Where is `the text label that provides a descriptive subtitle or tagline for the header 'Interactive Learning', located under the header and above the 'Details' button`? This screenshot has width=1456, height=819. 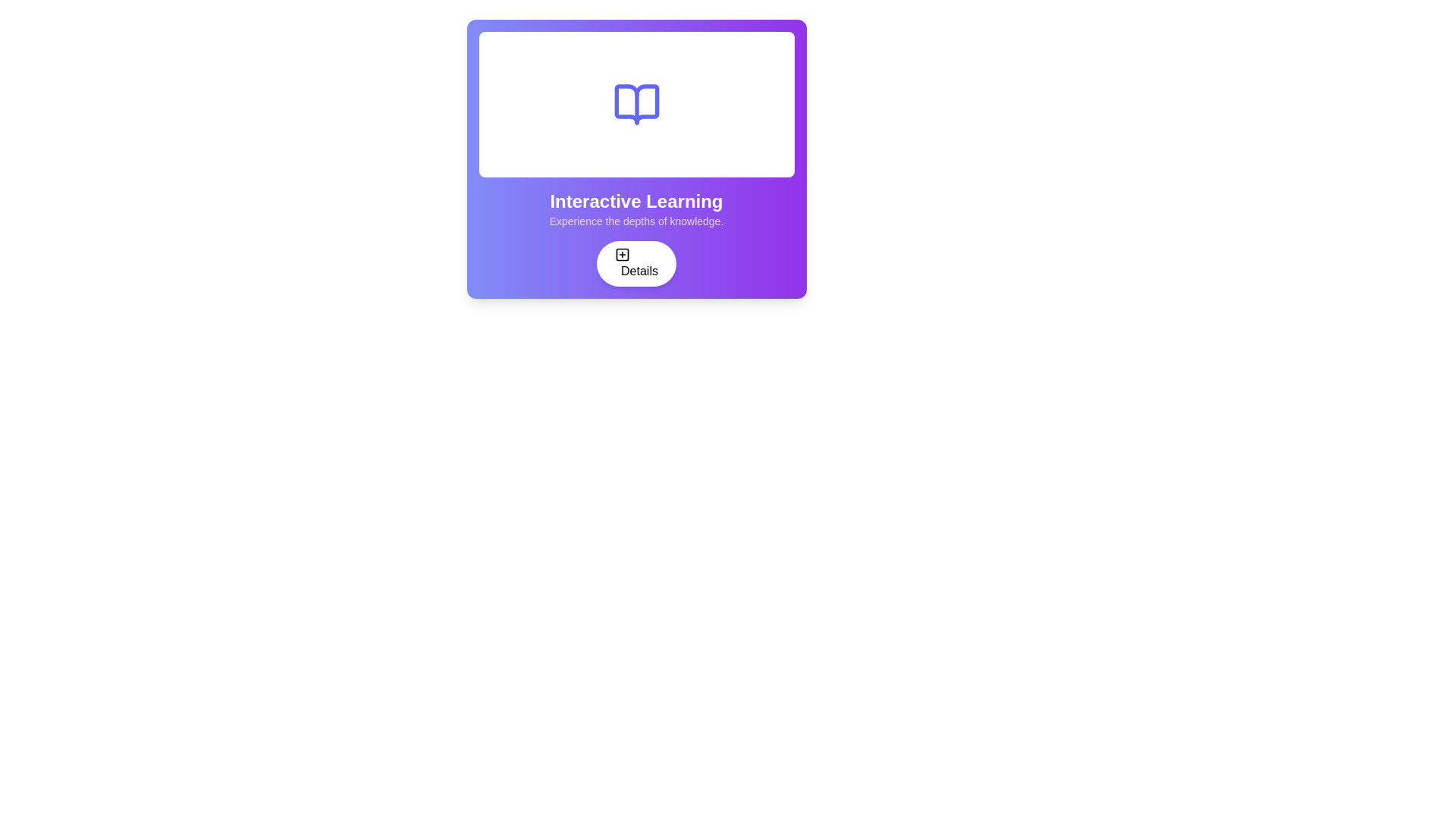 the text label that provides a descriptive subtitle or tagline for the header 'Interactive Learning', located under the header and above the 'Details' button is located at coordinates (636, 221).